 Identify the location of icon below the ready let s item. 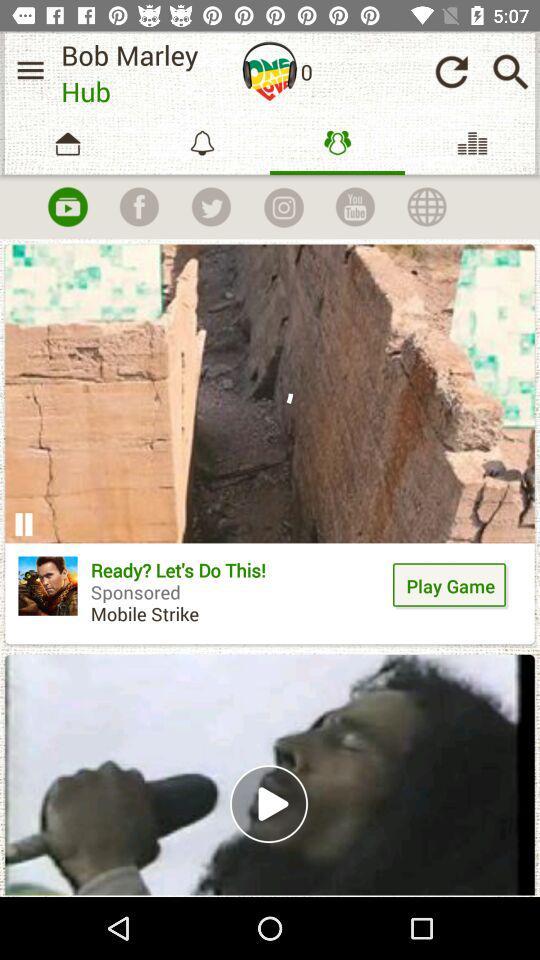
(270, 774).